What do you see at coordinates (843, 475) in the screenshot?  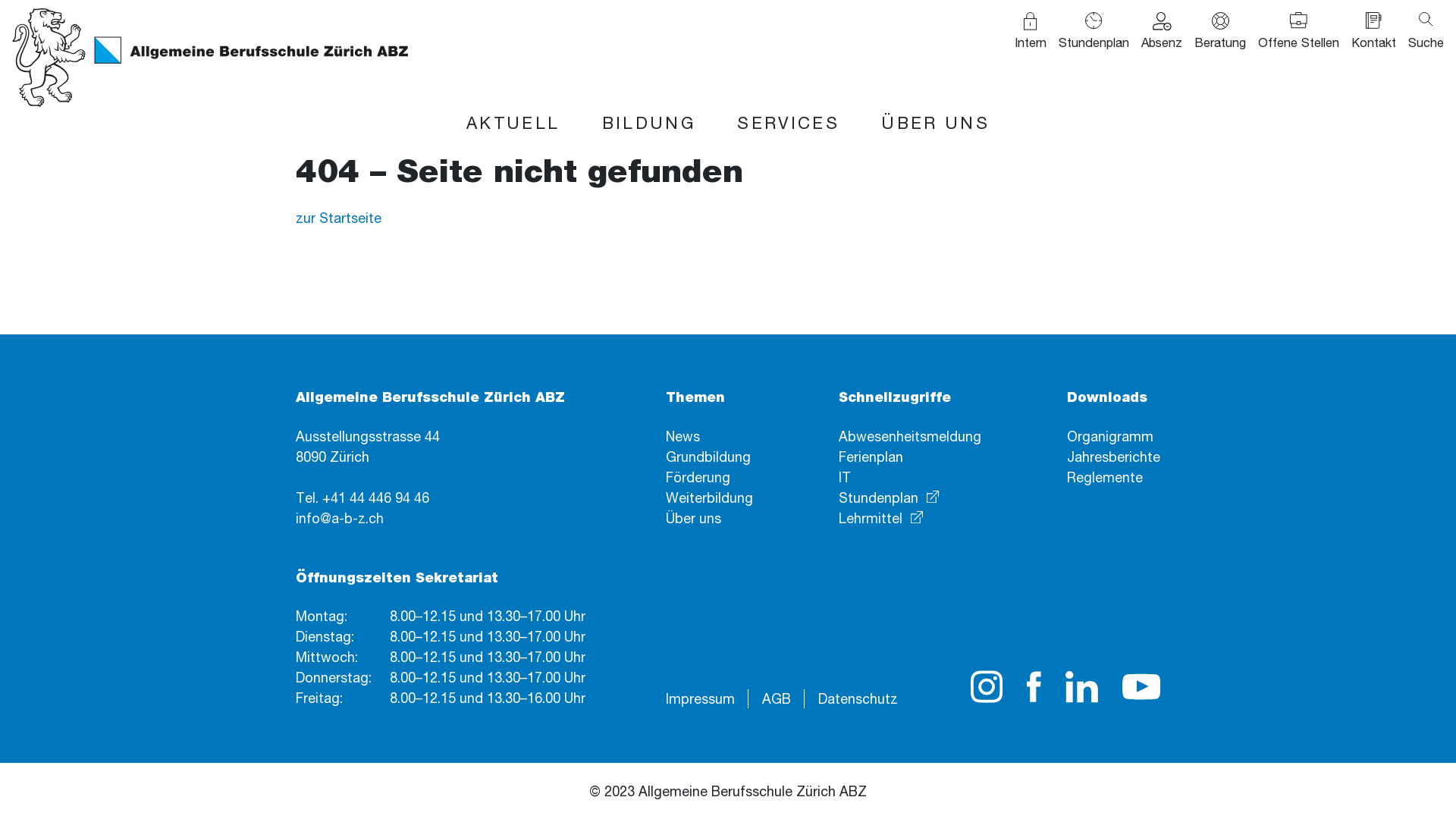 I see `'IT'` at bounding box center [843, 475].